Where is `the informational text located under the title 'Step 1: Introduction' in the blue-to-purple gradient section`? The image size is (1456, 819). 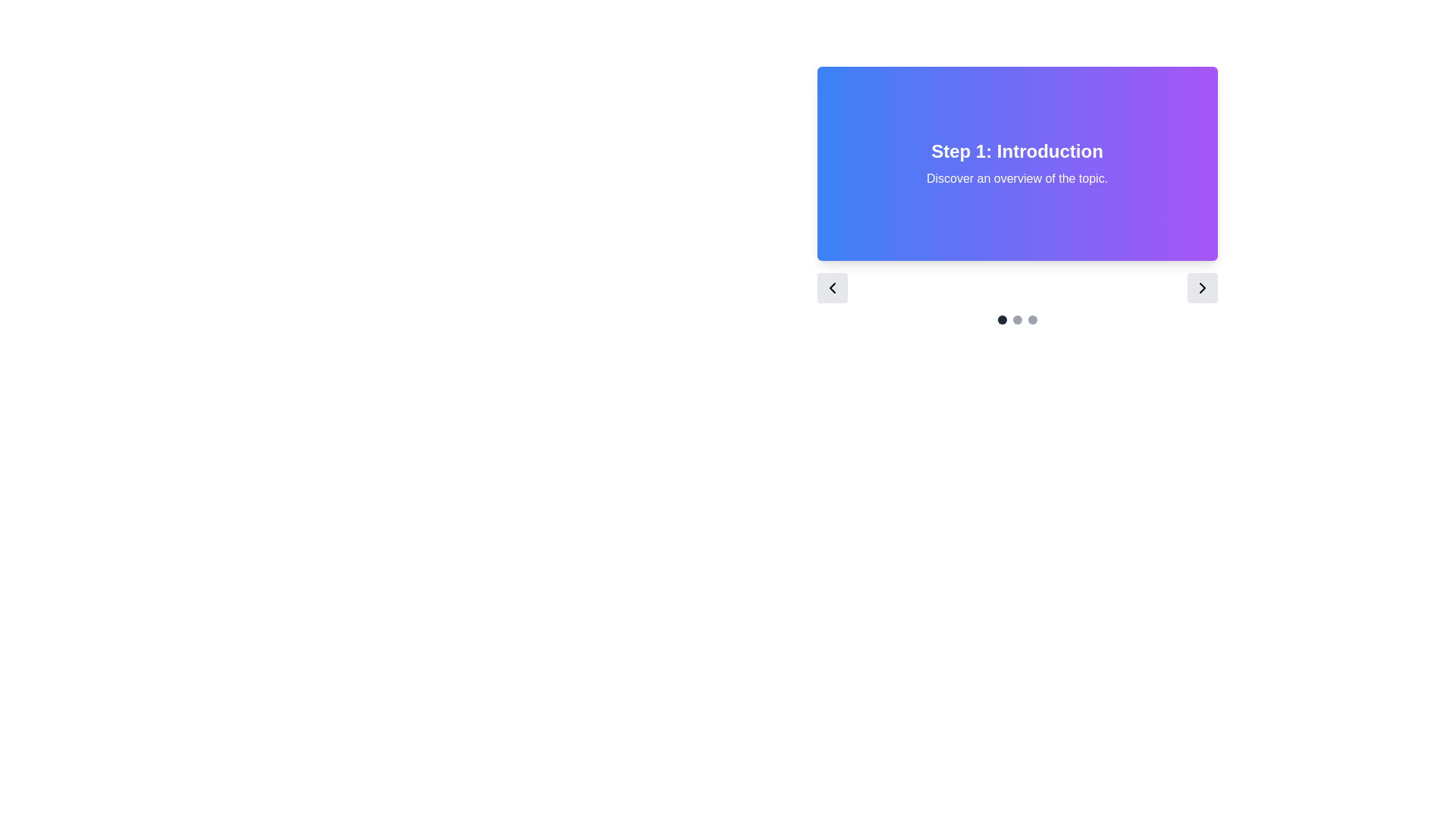
the informational text located under the title 'Step 1: Introduction' in the blue-to-purple gradient section is located at coordinates (1017, 177).